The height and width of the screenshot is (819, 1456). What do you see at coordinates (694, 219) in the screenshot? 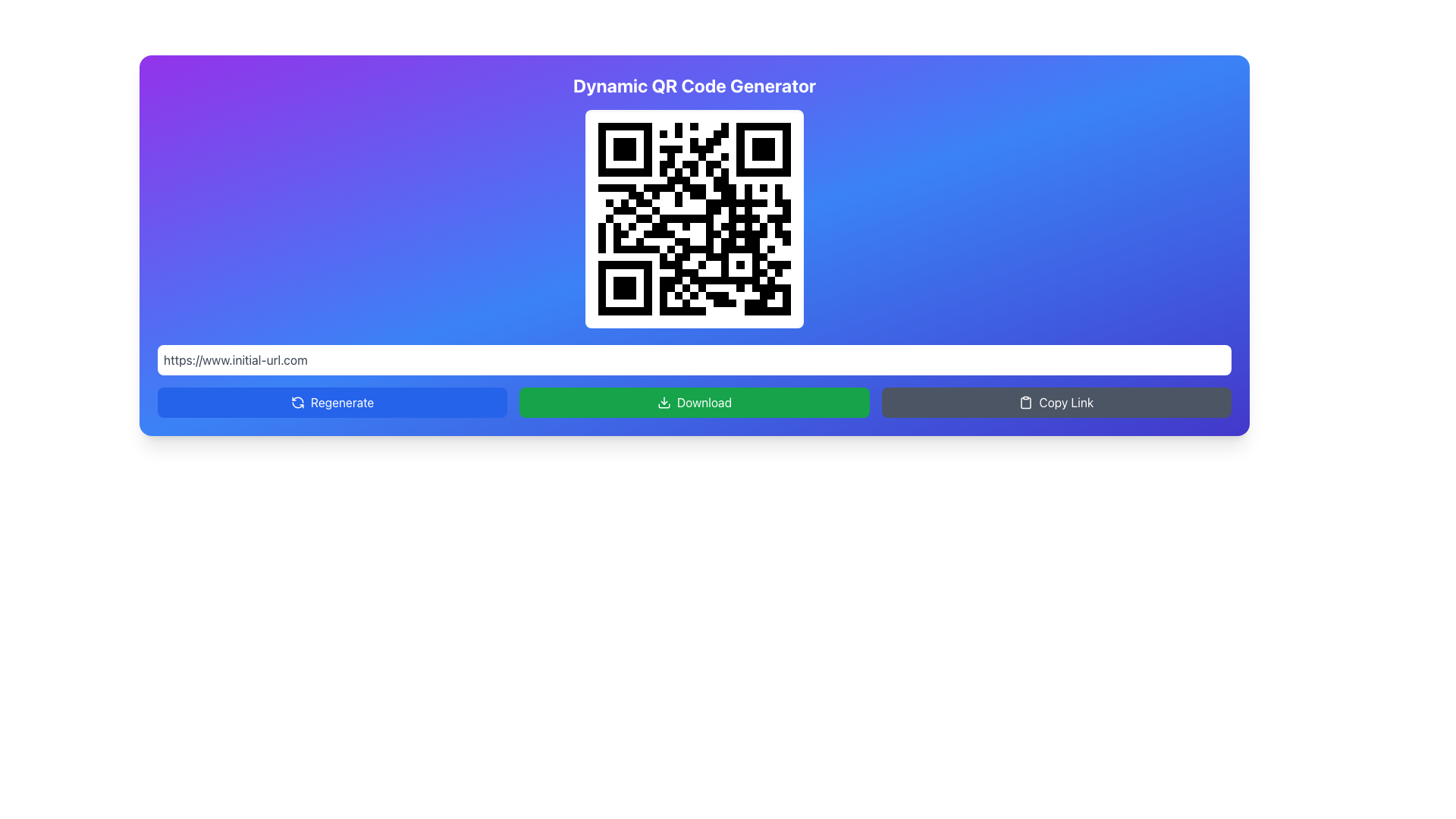
I see `the QR code image located centrally within a white card` at bounding box center [694, 219].